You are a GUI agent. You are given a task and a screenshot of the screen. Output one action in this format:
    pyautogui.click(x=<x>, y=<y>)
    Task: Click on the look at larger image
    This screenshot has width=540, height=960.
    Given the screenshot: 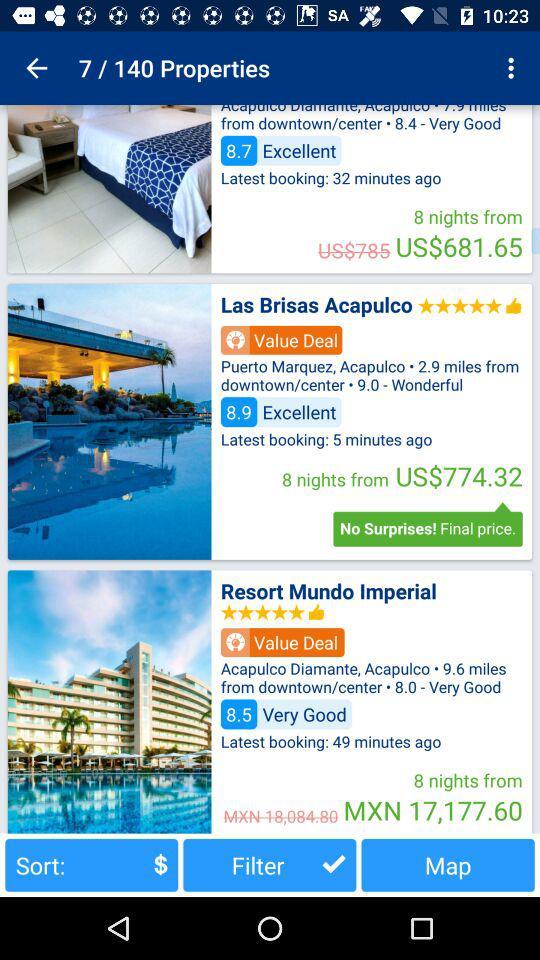 What is the action you would take?
    pyautogui.click(x=109, y=701)
    